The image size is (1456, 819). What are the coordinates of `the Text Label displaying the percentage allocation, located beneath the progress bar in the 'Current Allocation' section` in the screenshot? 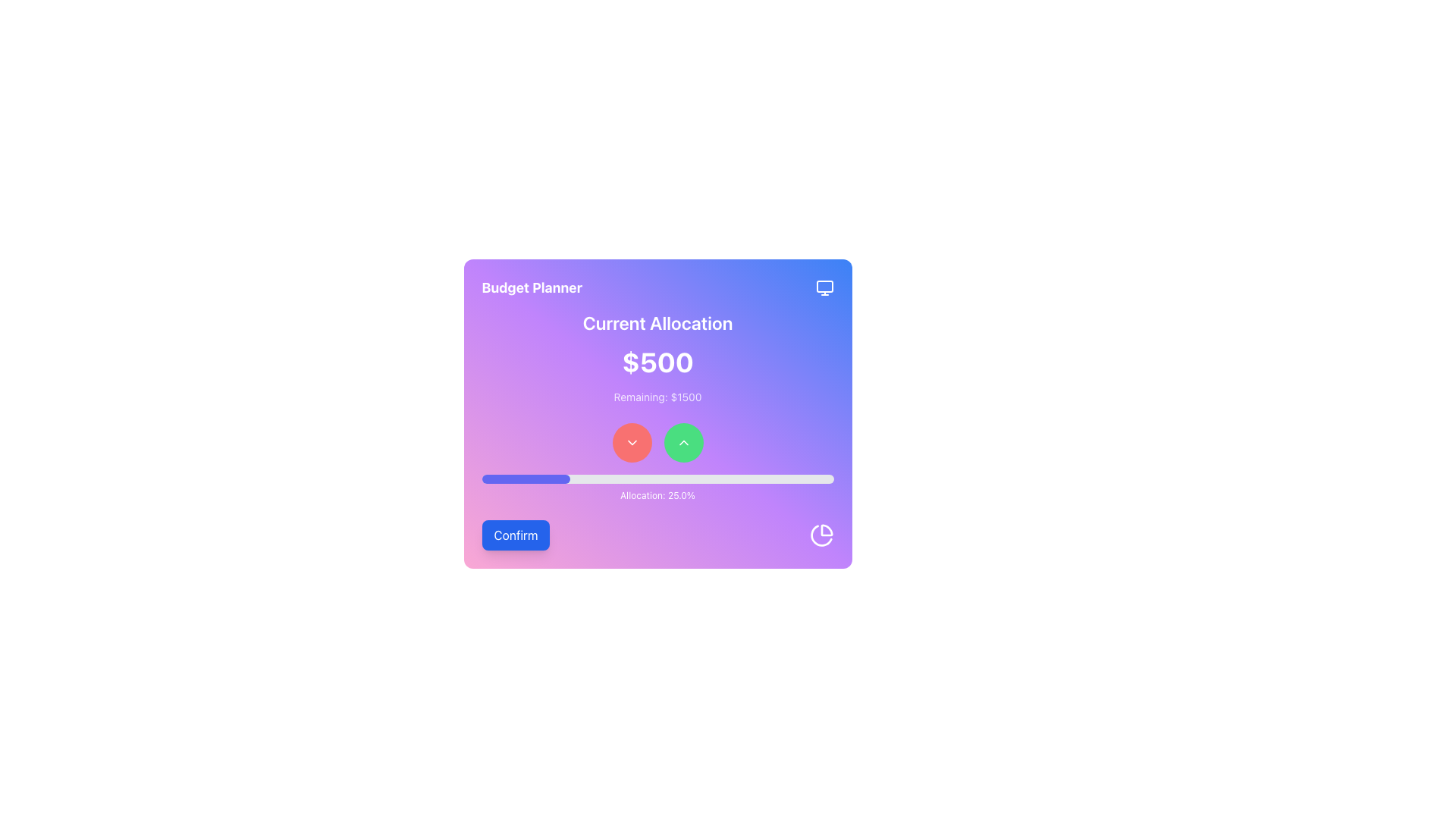 It's located at (657, 496).